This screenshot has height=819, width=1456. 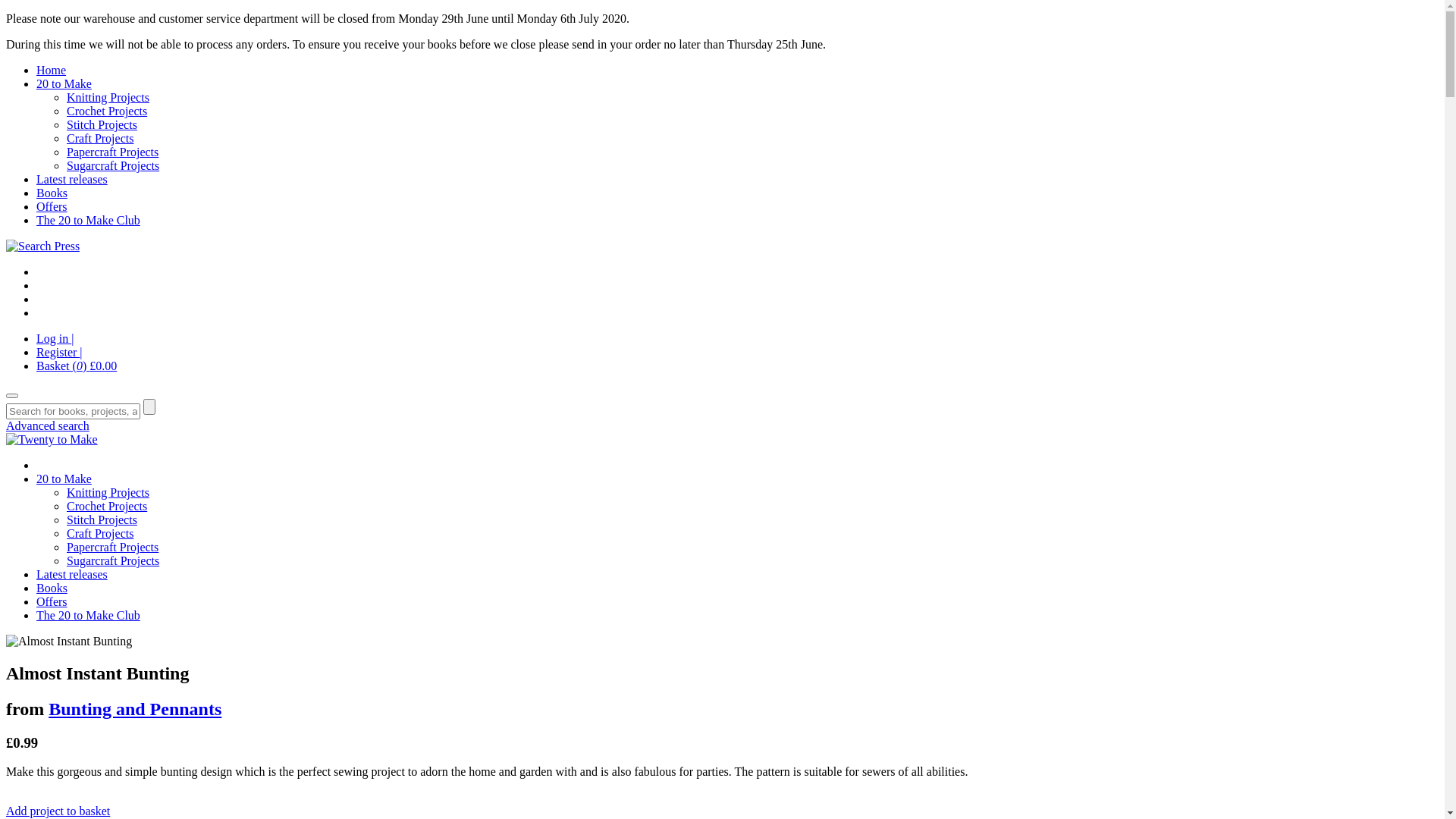 I want to click on 'Stitch Projects', so click(x=101, y=124).